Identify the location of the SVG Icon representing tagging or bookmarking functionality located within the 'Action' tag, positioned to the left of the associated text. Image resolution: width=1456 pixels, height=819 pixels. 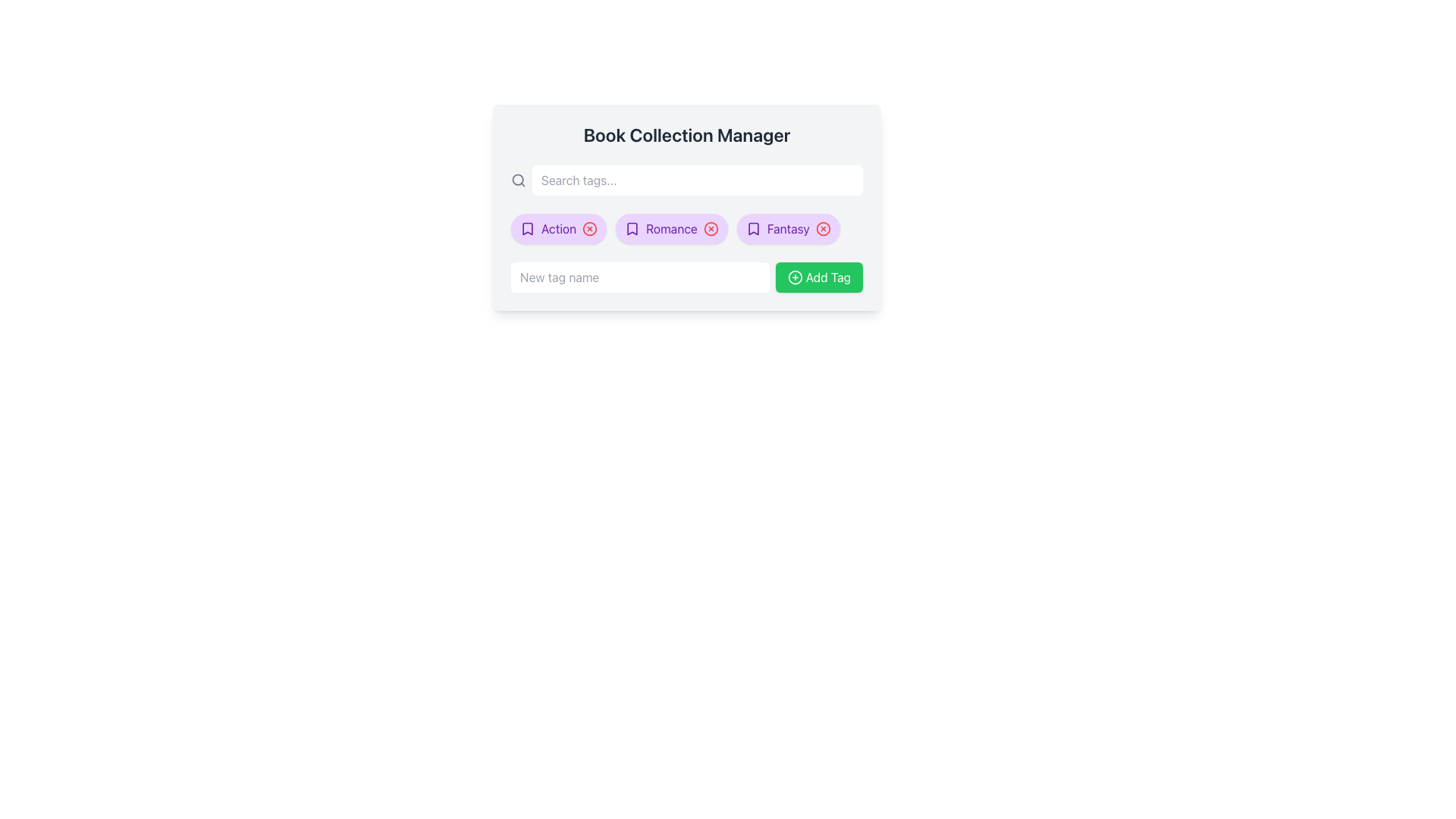
(528, 228).